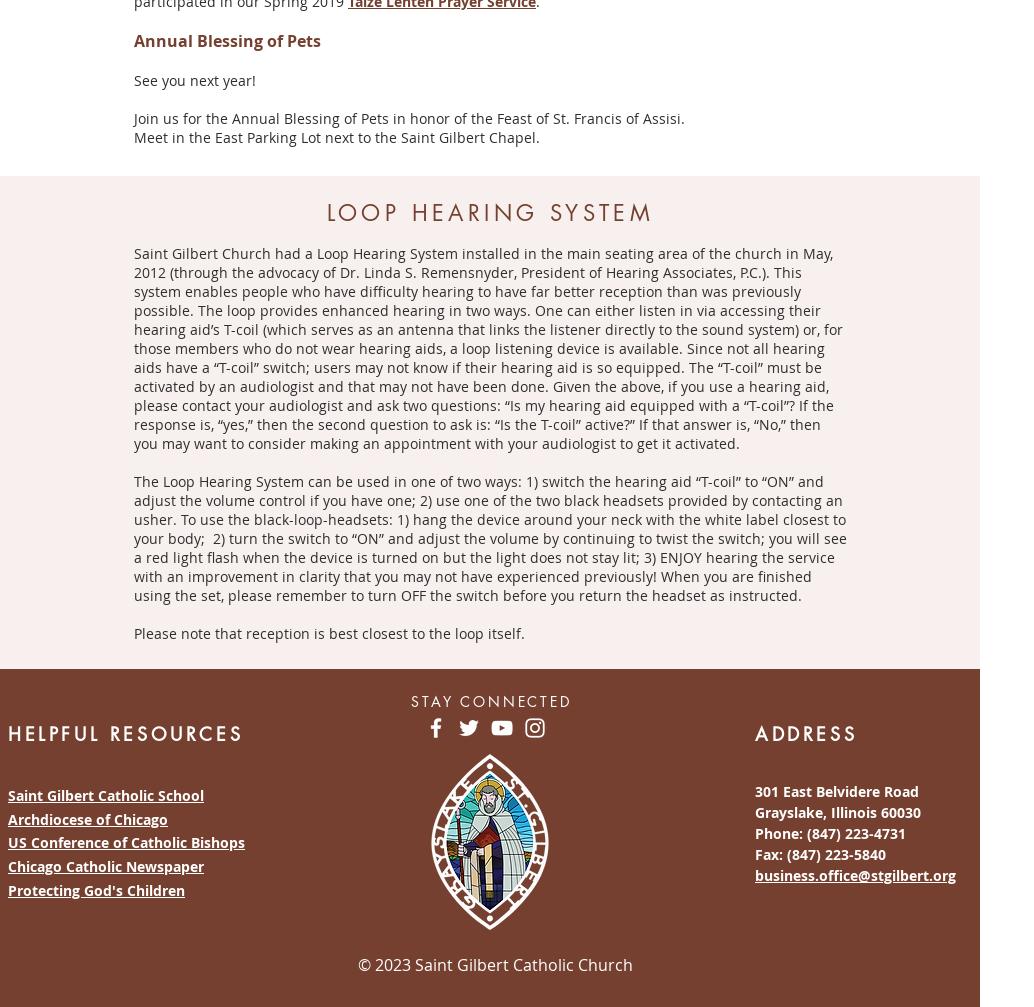 This screenshot has width=1034, height=1007. I want to click on '© 2023 Saint Gilbert Catholic Church', so click(491, 963).